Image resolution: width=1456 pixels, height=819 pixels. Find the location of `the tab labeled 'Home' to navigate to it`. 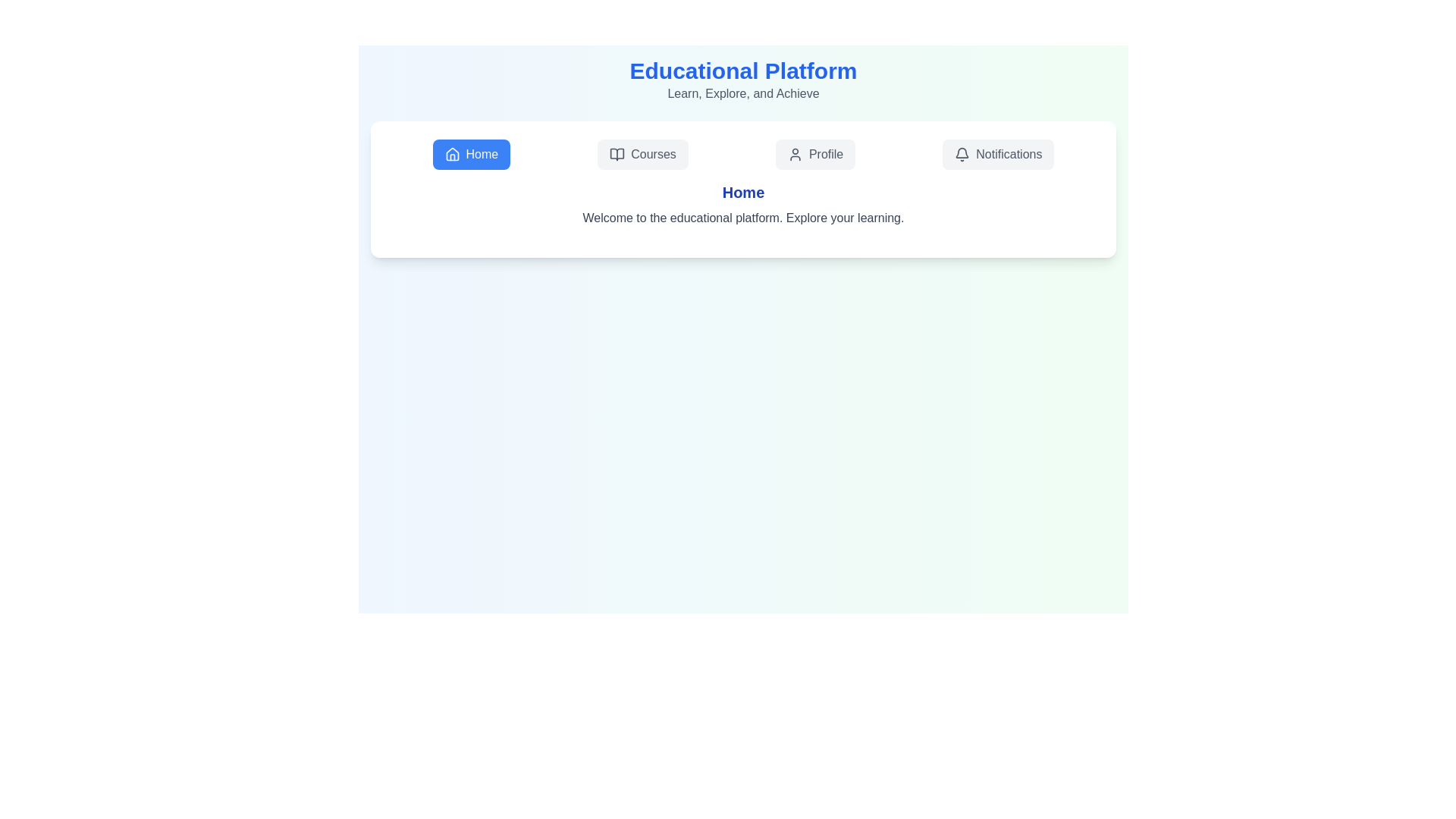

the tab labeled 'Home' to navigate to it is located at coordinates (470, 155).